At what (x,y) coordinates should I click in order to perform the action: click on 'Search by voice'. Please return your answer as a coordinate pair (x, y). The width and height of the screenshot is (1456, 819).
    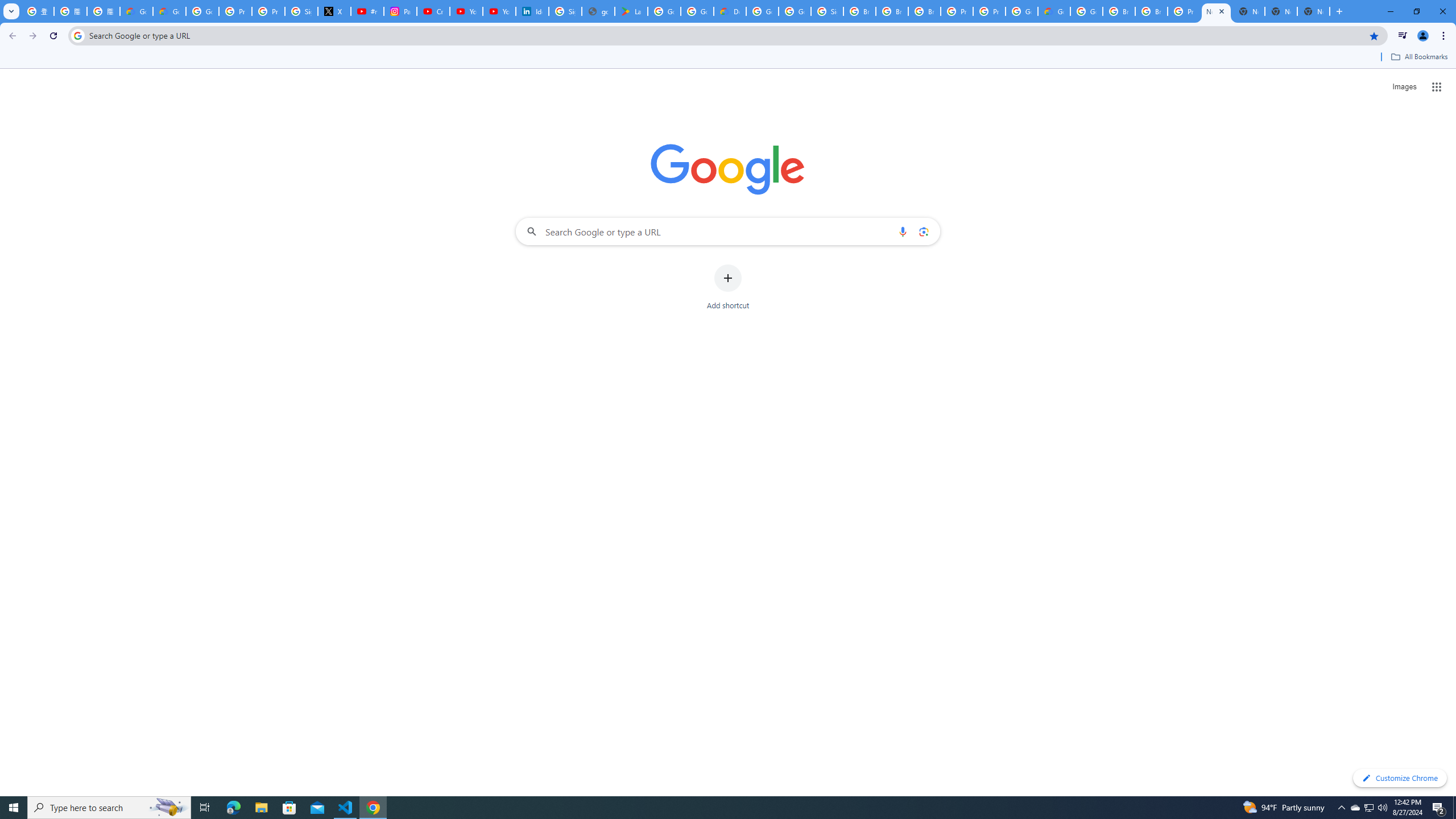
    Looking at the image, I should click on (902, 230).